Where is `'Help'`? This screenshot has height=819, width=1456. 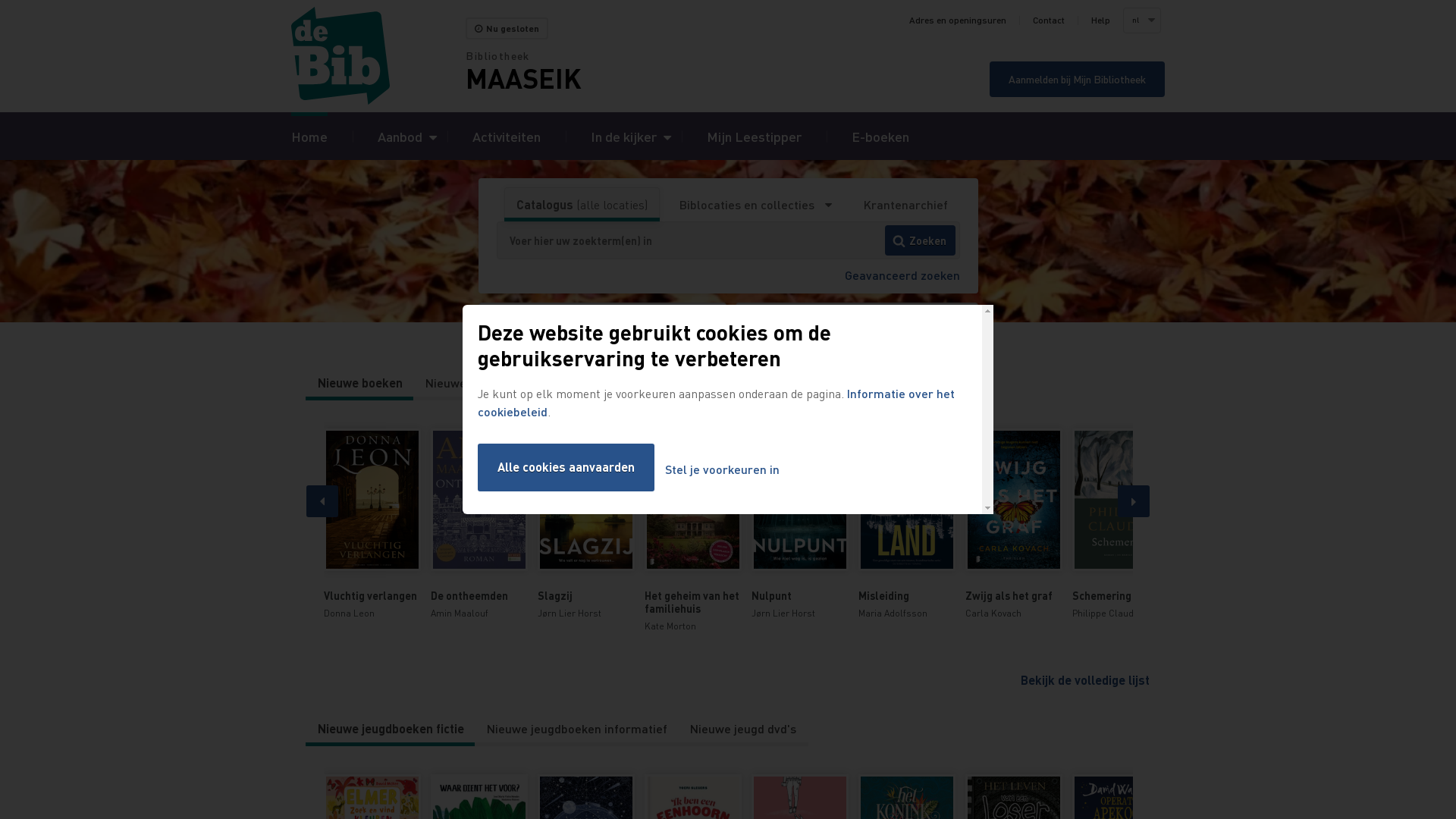
'Help' is located at coordinates (1090, 20).